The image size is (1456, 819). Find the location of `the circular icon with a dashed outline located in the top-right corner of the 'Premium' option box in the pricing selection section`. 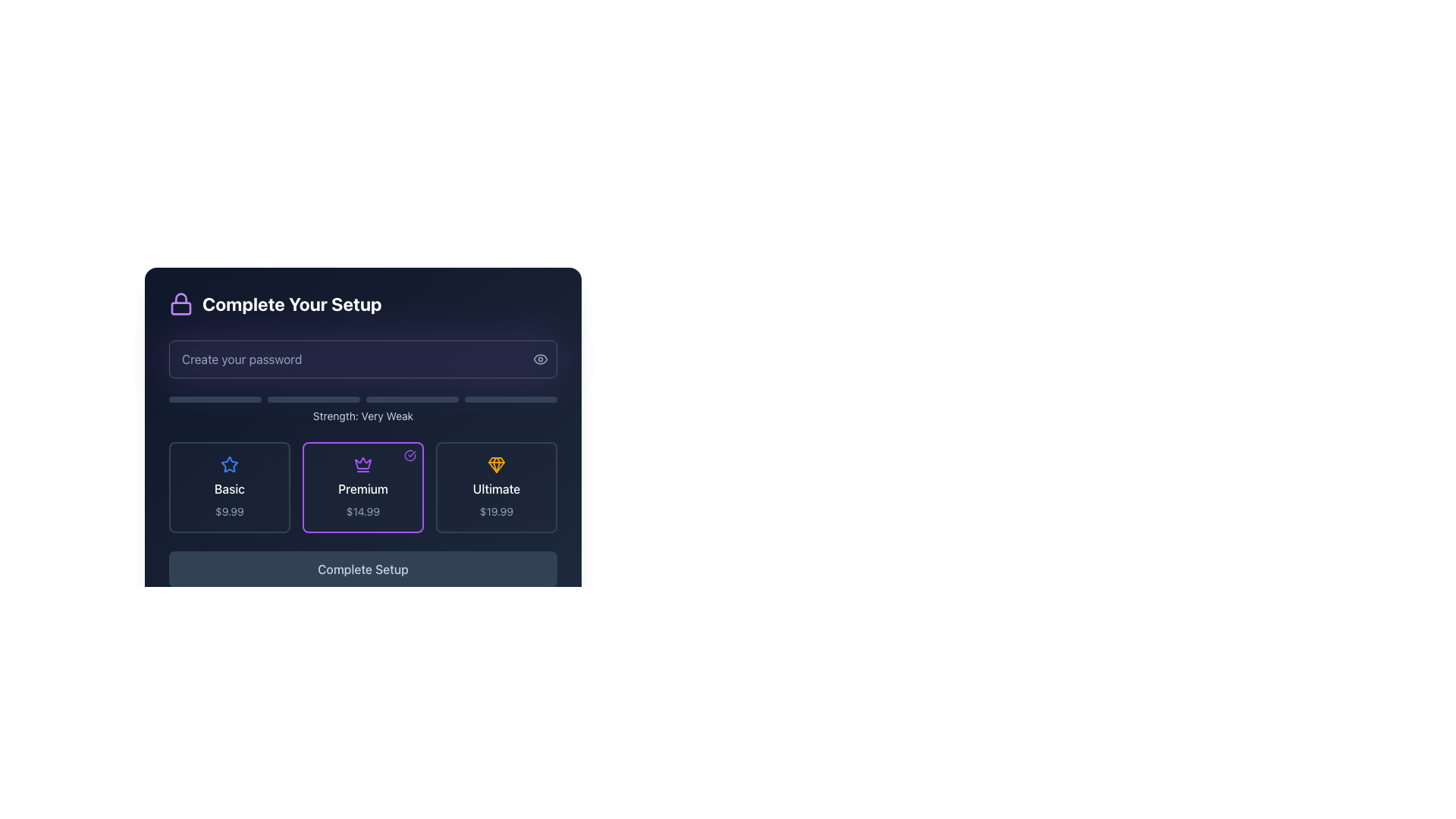

the circular icon with a dashed outline located in the top-right corner of the 'Premium' option box in the pricing selection section is located at coordinates (410, 455).